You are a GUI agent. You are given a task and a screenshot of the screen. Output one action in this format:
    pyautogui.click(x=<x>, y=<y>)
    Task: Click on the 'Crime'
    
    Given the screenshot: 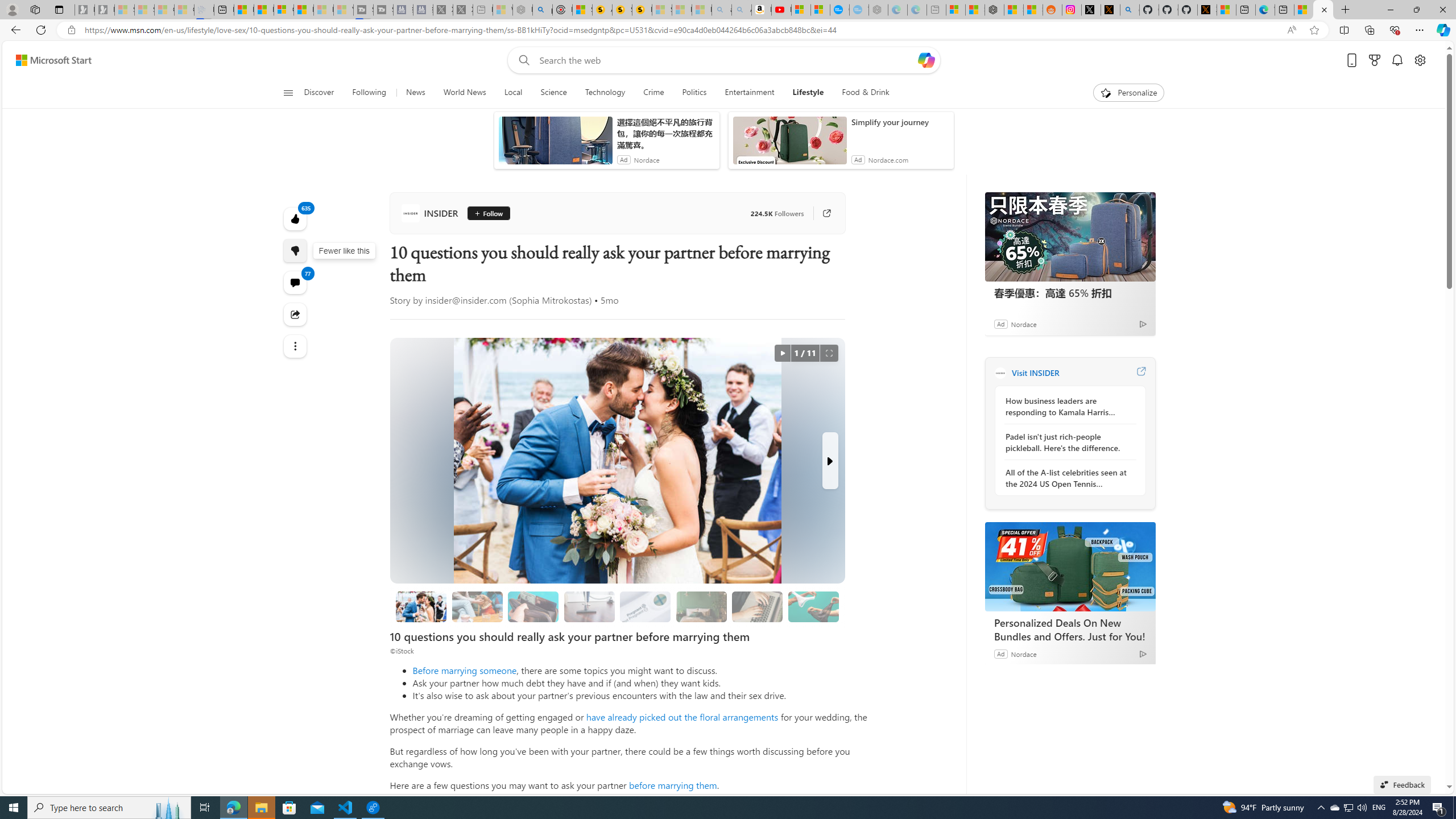 What is the action you would take?
    pyautogui.click(x=653, y=92)
    